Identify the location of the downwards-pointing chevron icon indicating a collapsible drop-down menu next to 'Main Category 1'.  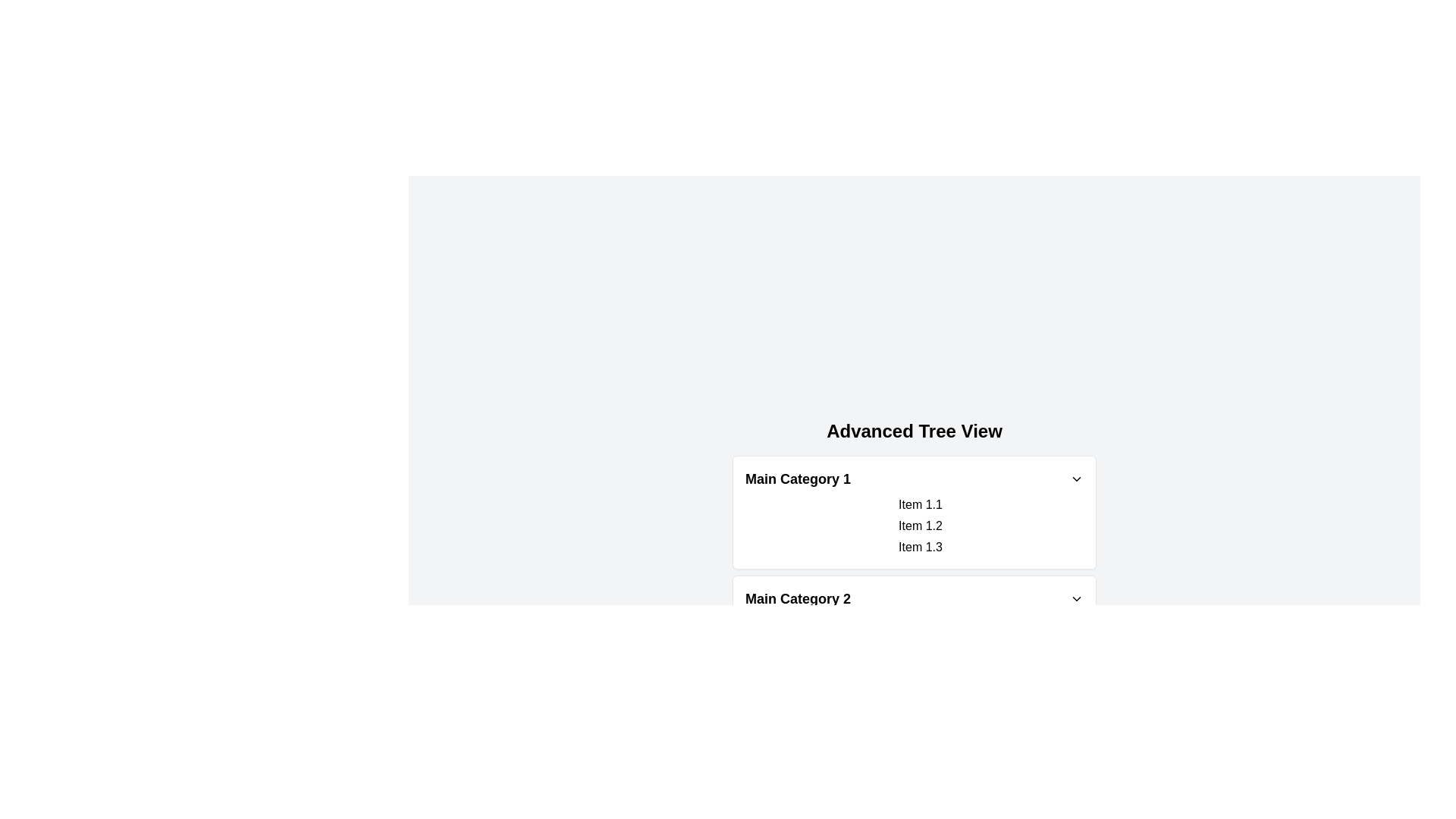
(1076, 479).